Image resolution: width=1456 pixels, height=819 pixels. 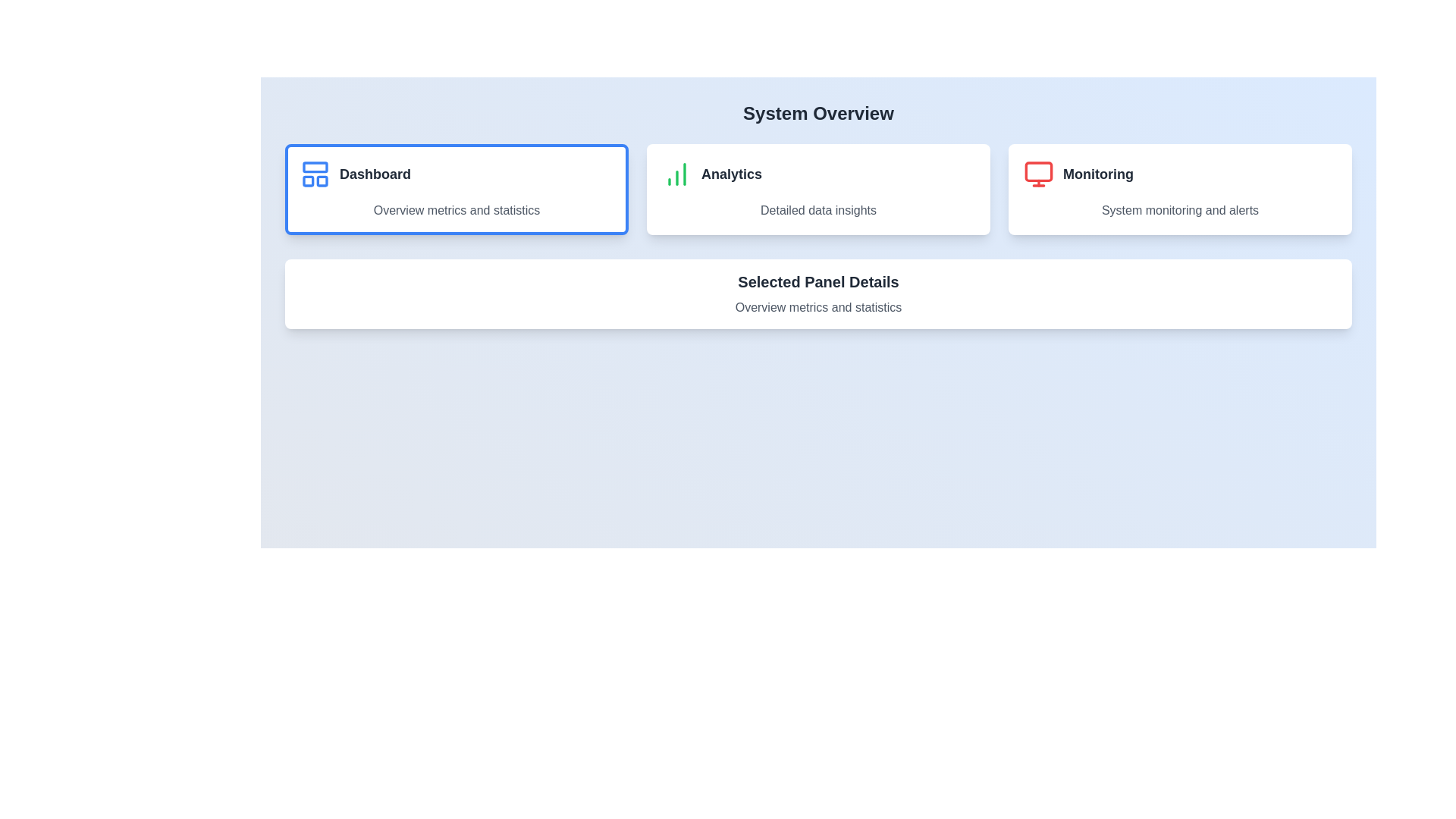 What do you see at coordinates (817, 210) in the screenshot?
I see `the descriptive text label located below the 'Analytics' header in the middle panel of the interface` at bounding box center [817, 210].